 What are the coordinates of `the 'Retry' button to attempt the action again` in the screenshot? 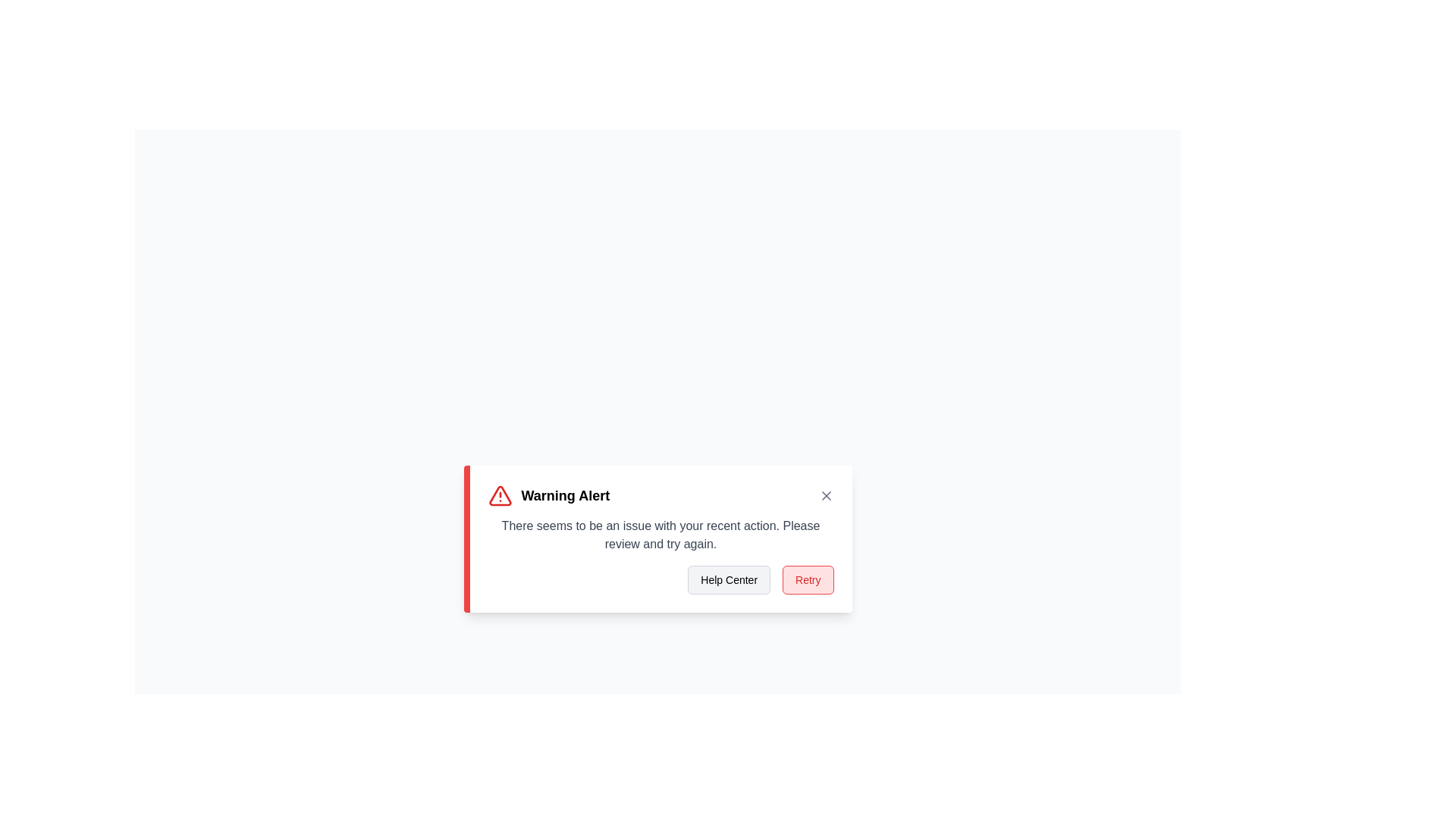 It's located at (807, 579).